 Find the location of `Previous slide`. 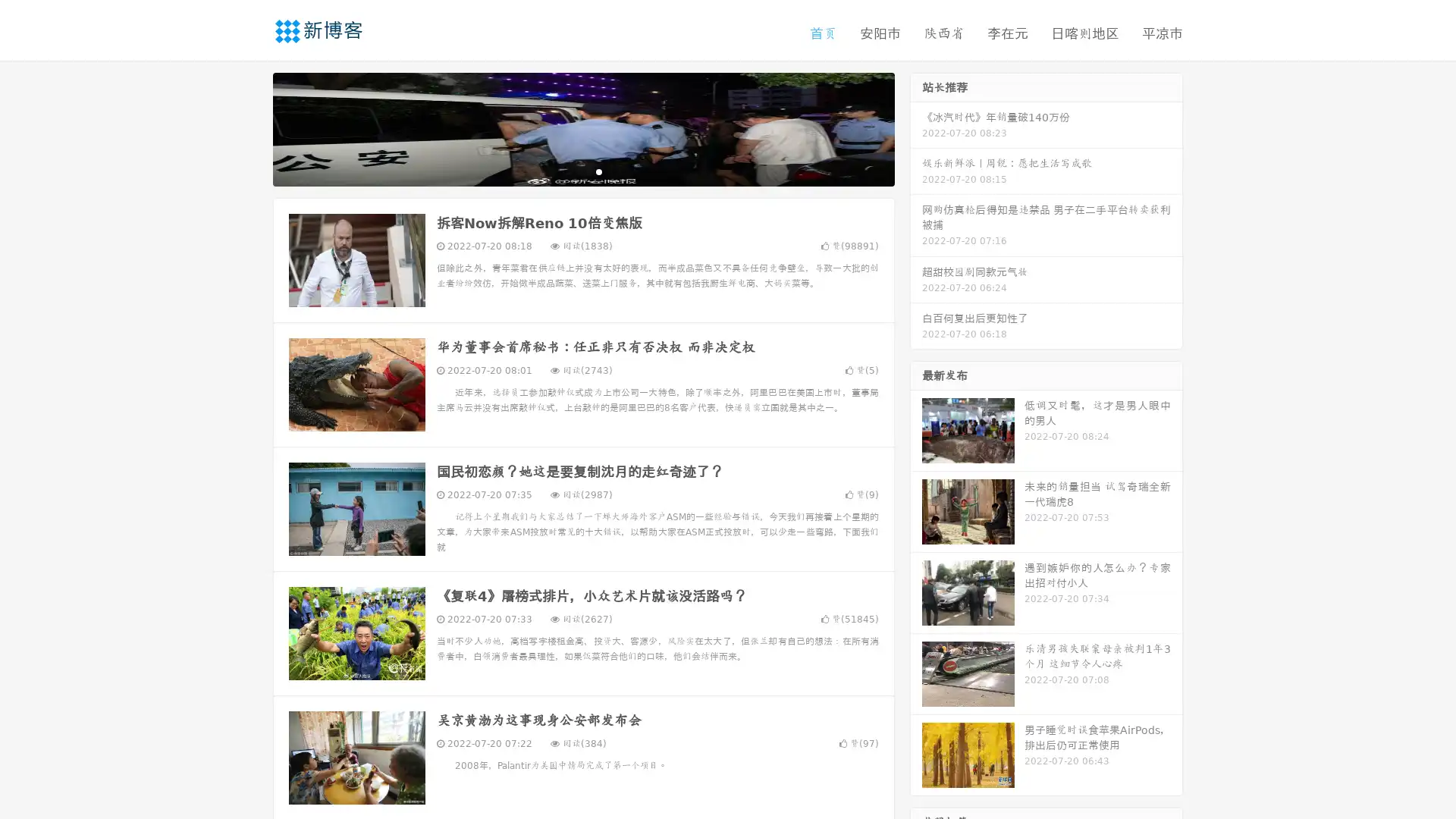

Previous slide is located at coordinates (250, 127).